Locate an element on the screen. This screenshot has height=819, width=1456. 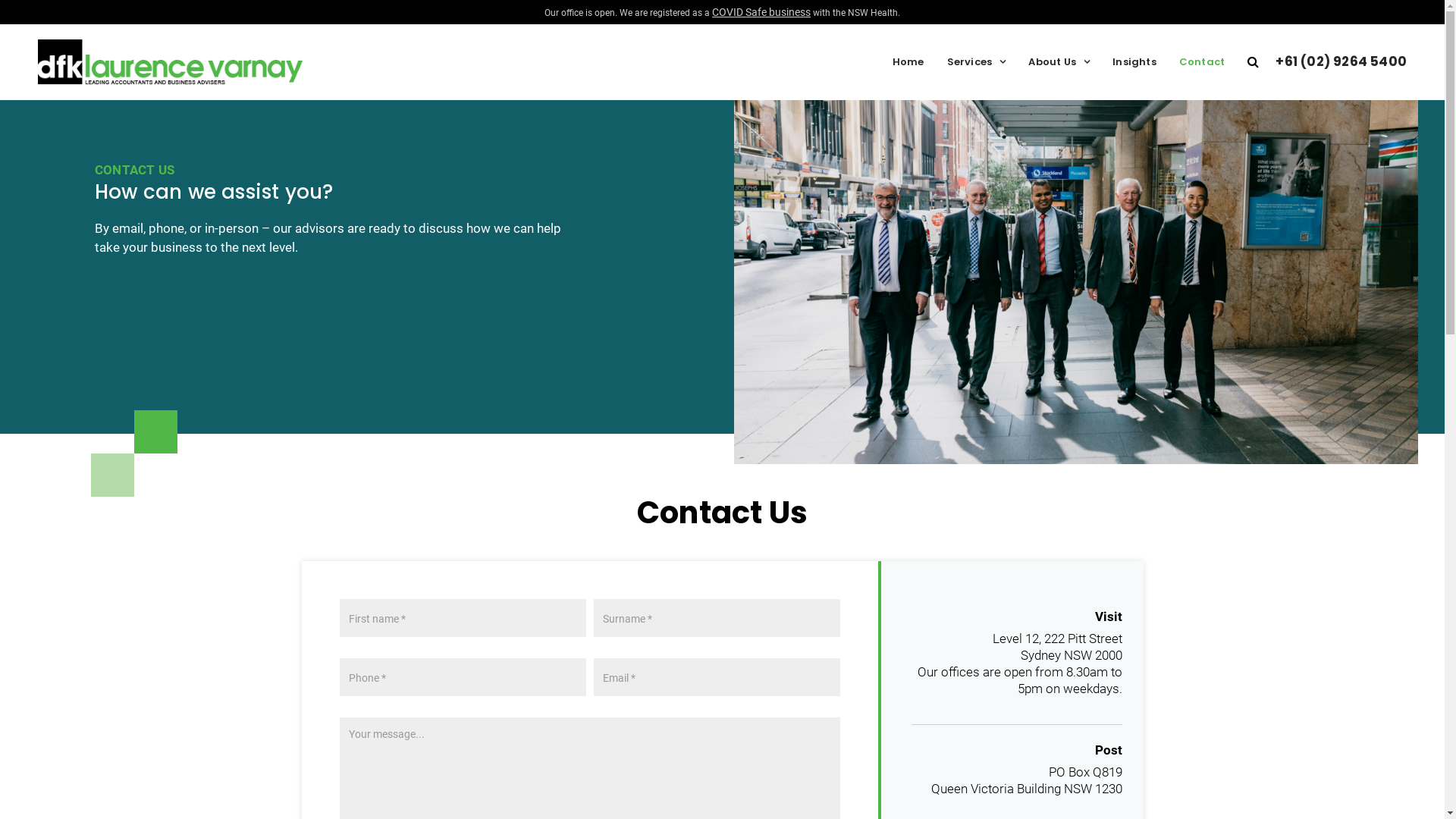
'Contact' is located at coordinates (1200, 61).